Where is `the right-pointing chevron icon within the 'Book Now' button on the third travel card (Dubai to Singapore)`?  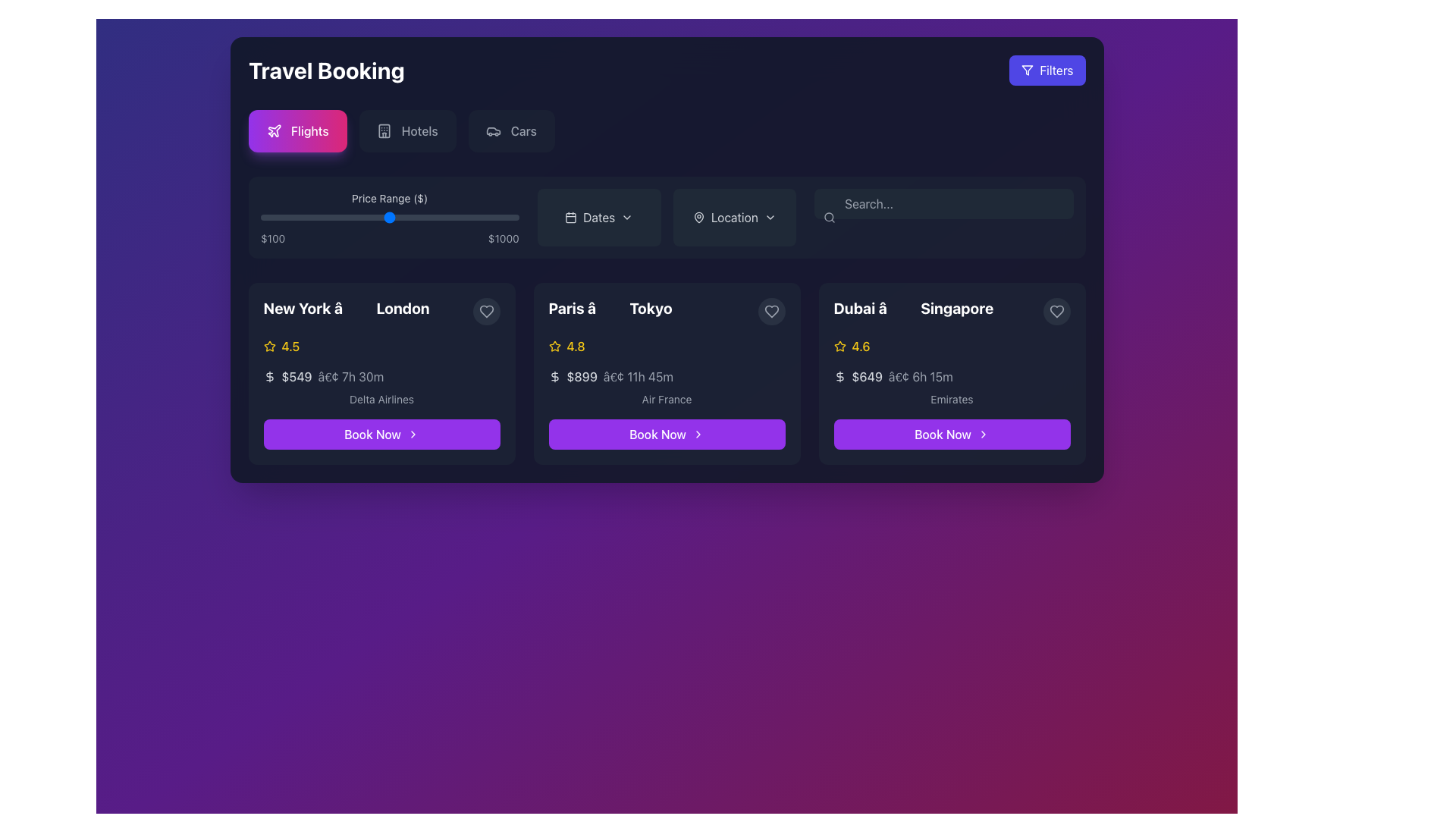 the right-pointing chevron icon within the 'Book Now' button on the third travel card (Dubai to Singapore) is located at coordinates (983, 435).